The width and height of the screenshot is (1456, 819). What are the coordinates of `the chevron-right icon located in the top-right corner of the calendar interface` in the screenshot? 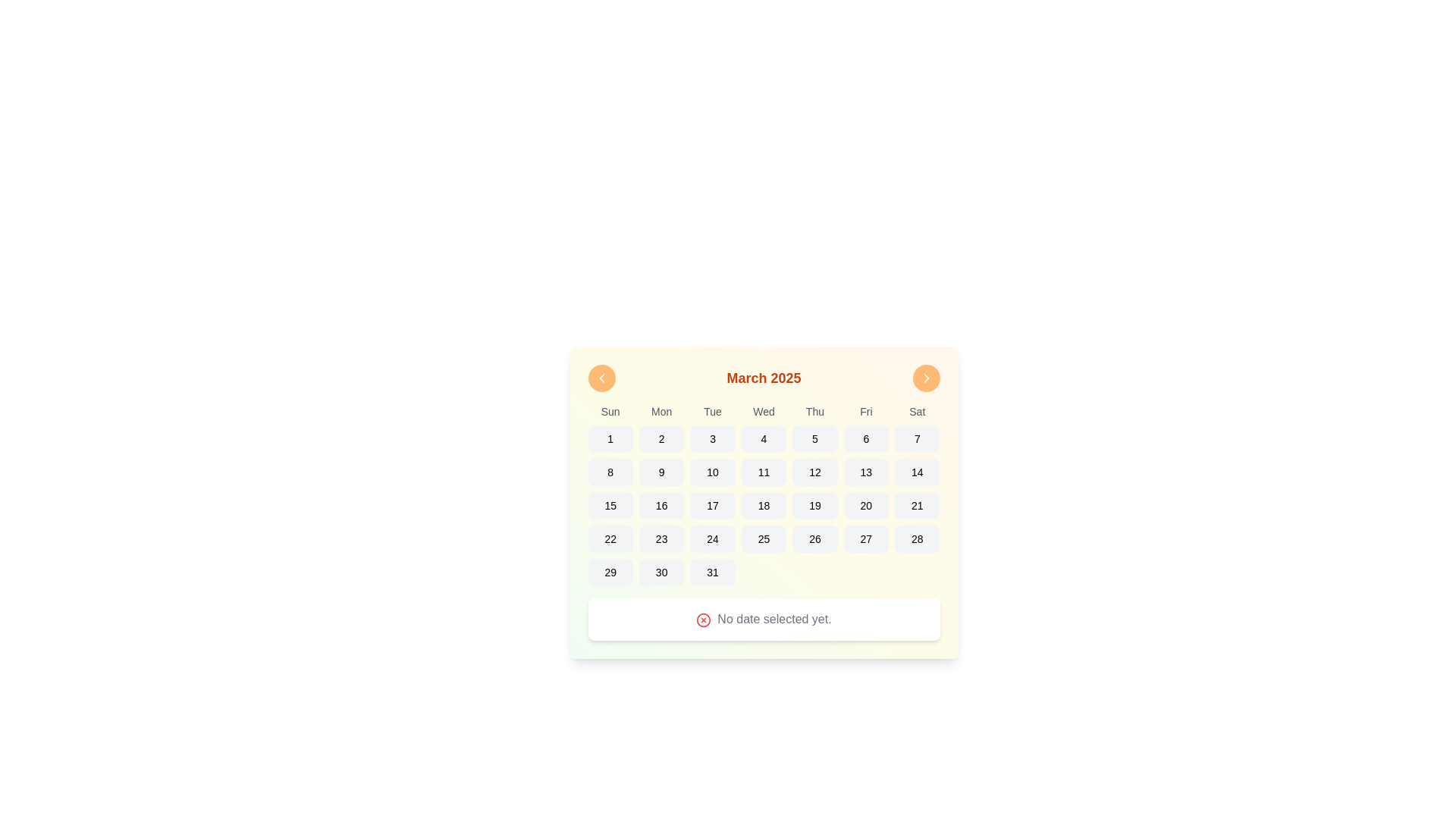 It's located at (925, 377).